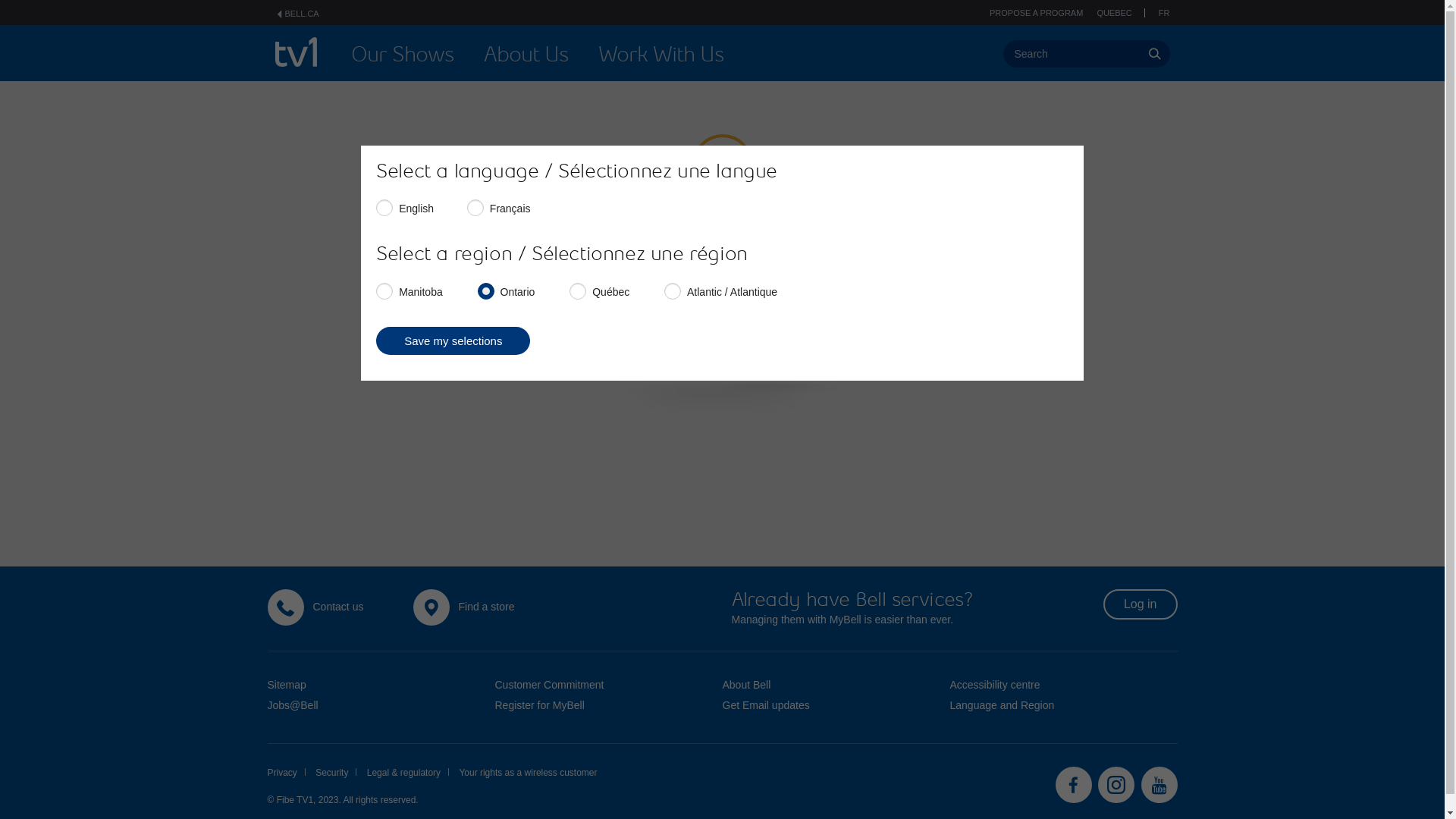  I want to click on 'About Us', so click(526, 53).